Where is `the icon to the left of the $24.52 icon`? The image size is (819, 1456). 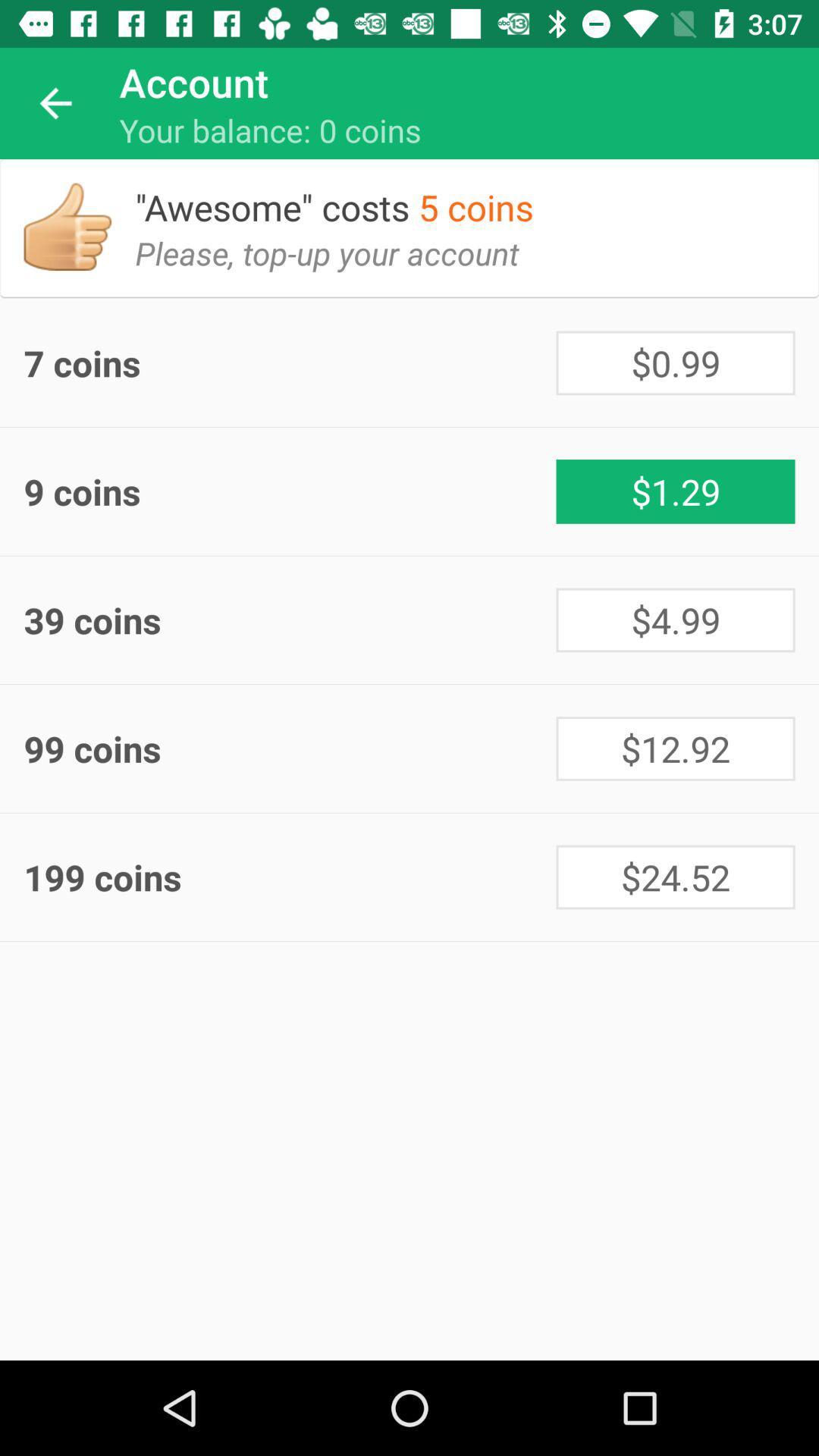
the icon to the left of the $24.52 icon is located at coordinates (290, 877).